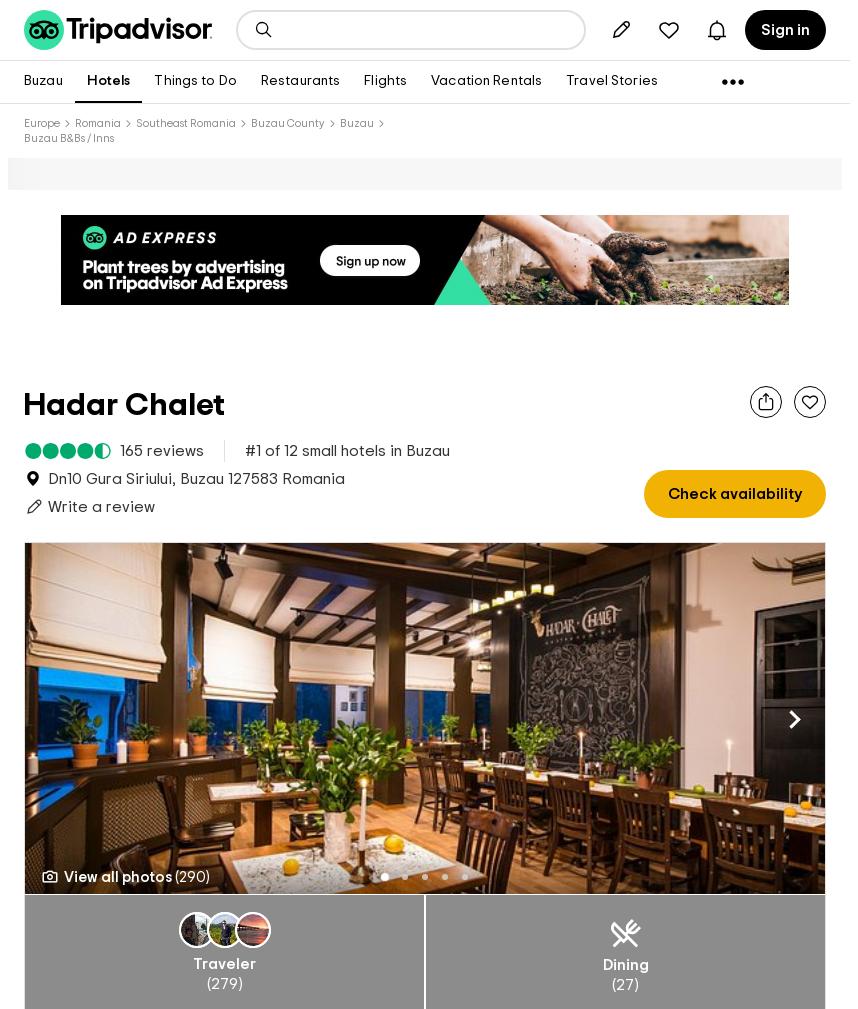 The width and height of the screenshot is (858, 1009). What do you see at coordinates (97, 122) in the screenshot?
I see `'Romania'` at bounding box center [97, 122].